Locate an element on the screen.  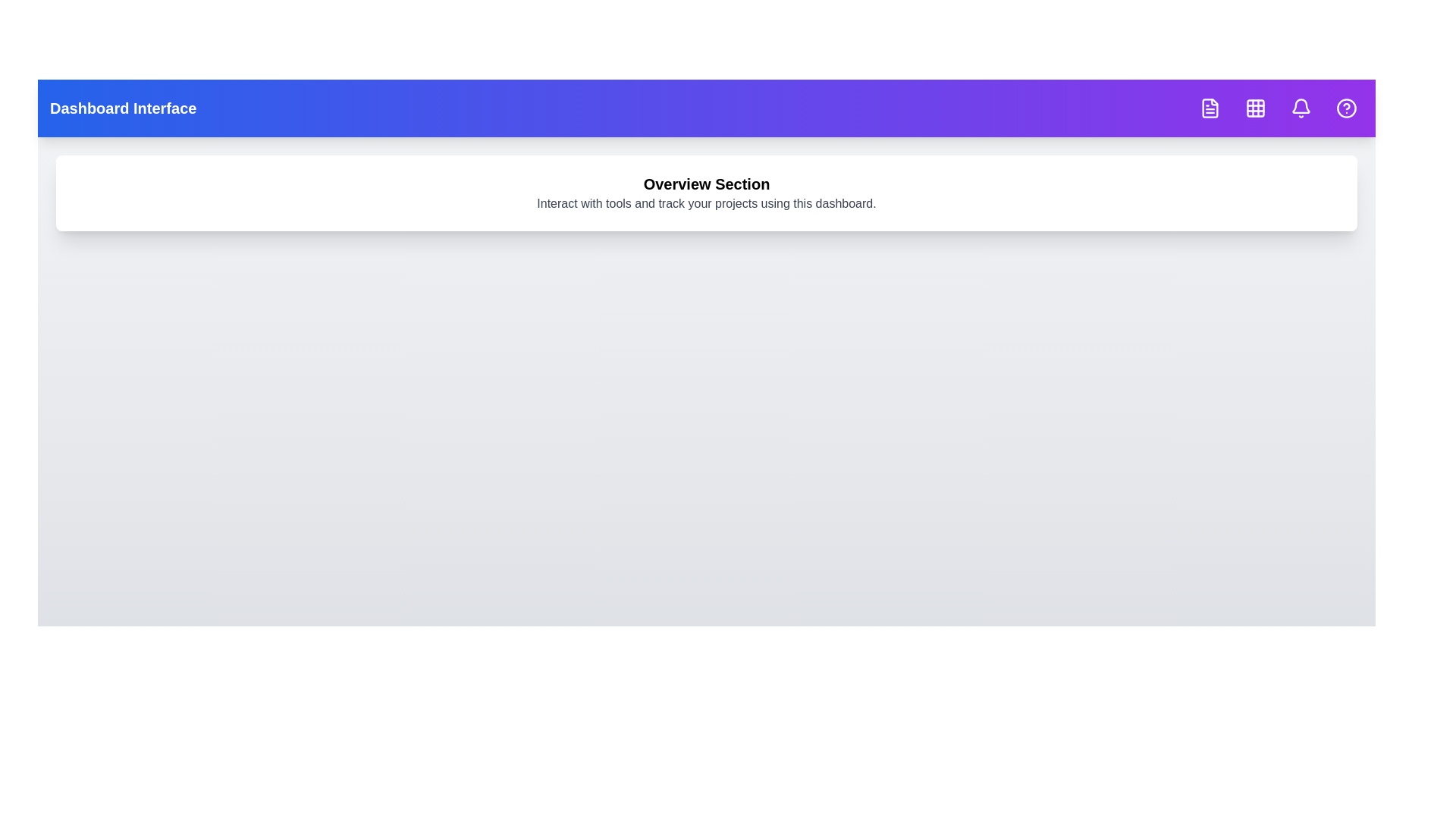
the icon with File Text tooltip to inspect its hover effect is located at coordinates (1210, 107).